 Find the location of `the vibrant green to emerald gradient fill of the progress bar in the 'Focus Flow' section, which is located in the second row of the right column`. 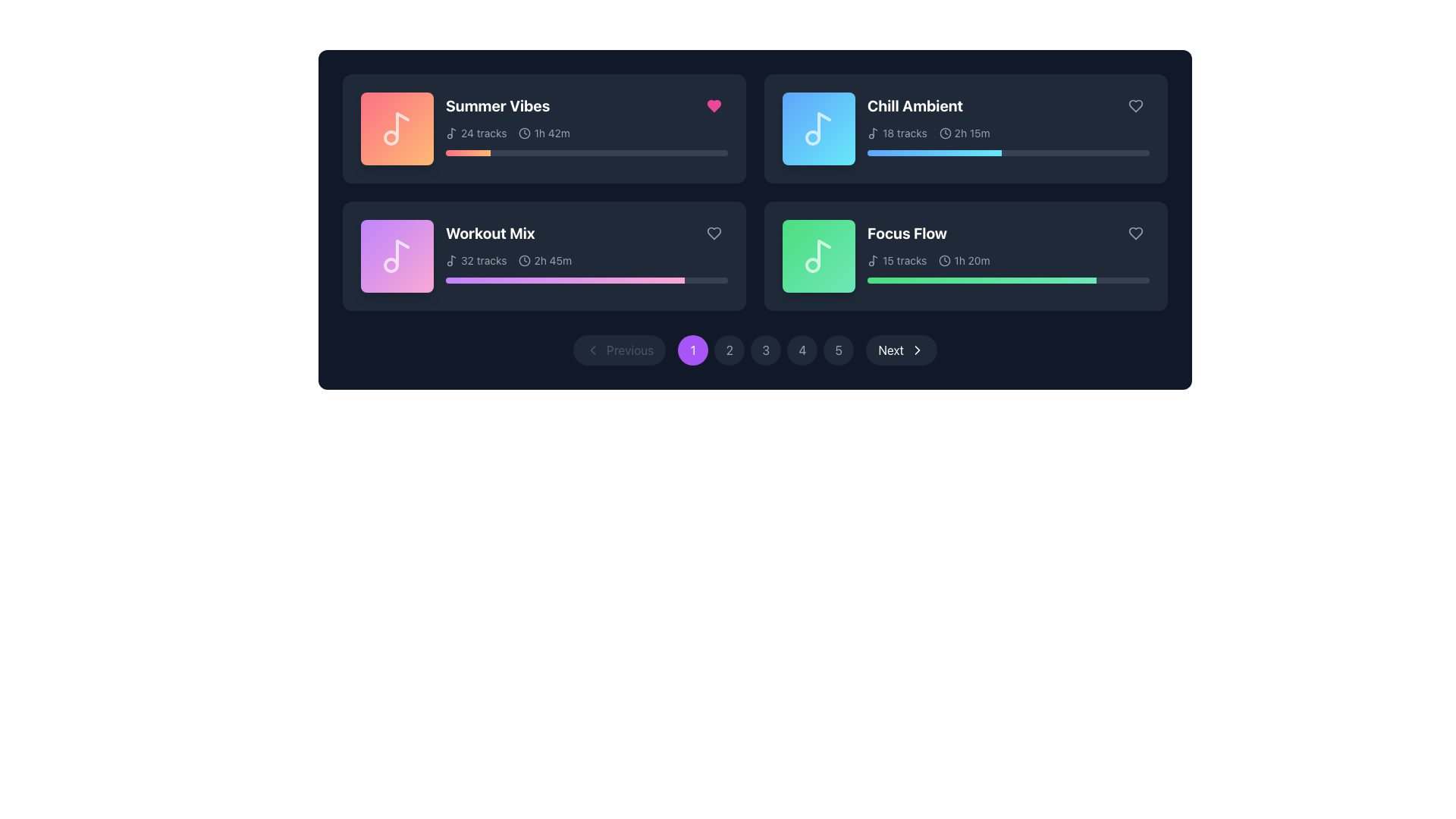

the vibrant green to emerald gradient fill of the progress bar in the 'Focus Flow' section, which is located in the second row of the right column is located at coordinates (981, 281).